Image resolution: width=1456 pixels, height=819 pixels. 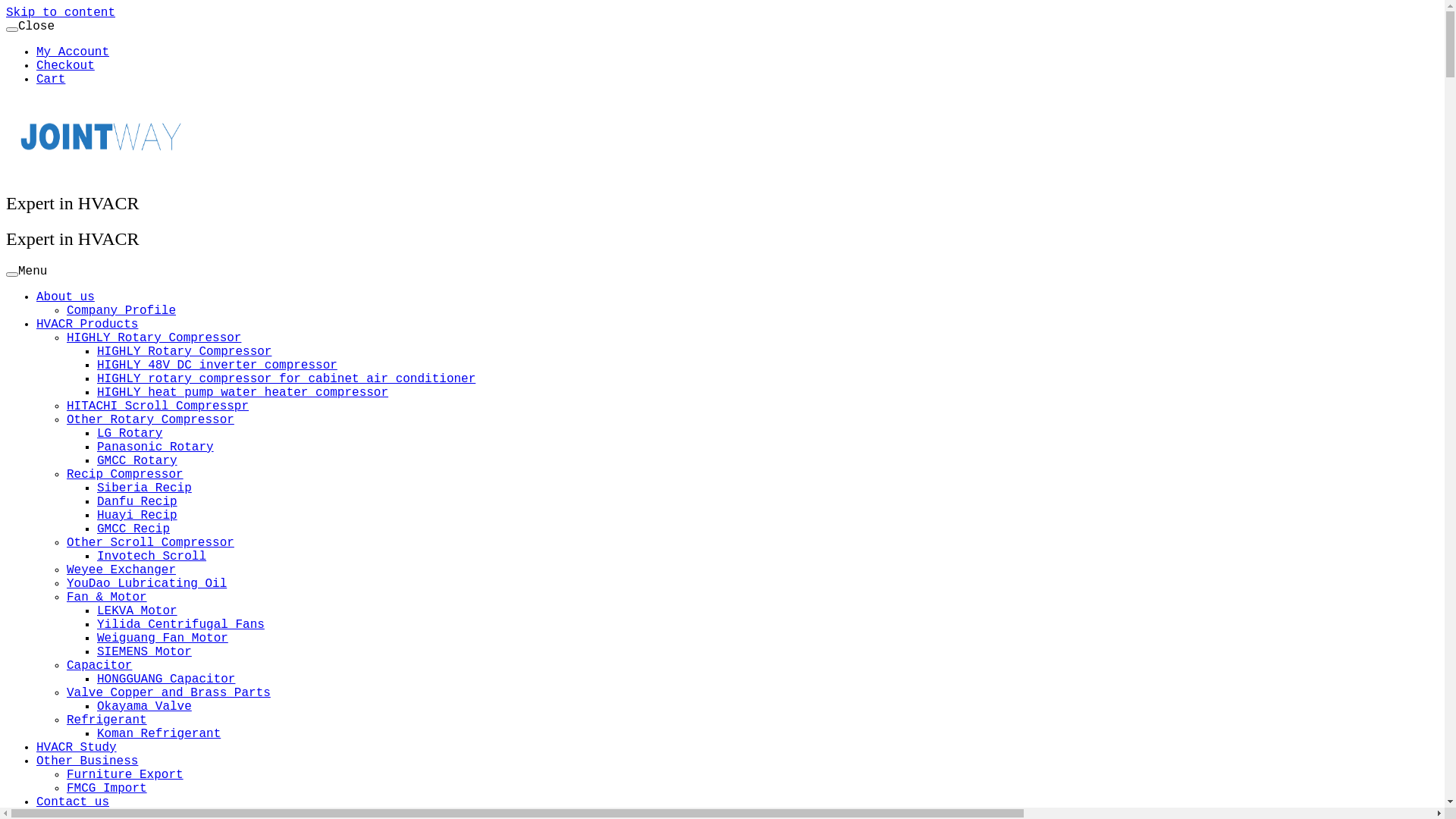 I want to click on 'HVACR Products', so click(x=36, y=324).